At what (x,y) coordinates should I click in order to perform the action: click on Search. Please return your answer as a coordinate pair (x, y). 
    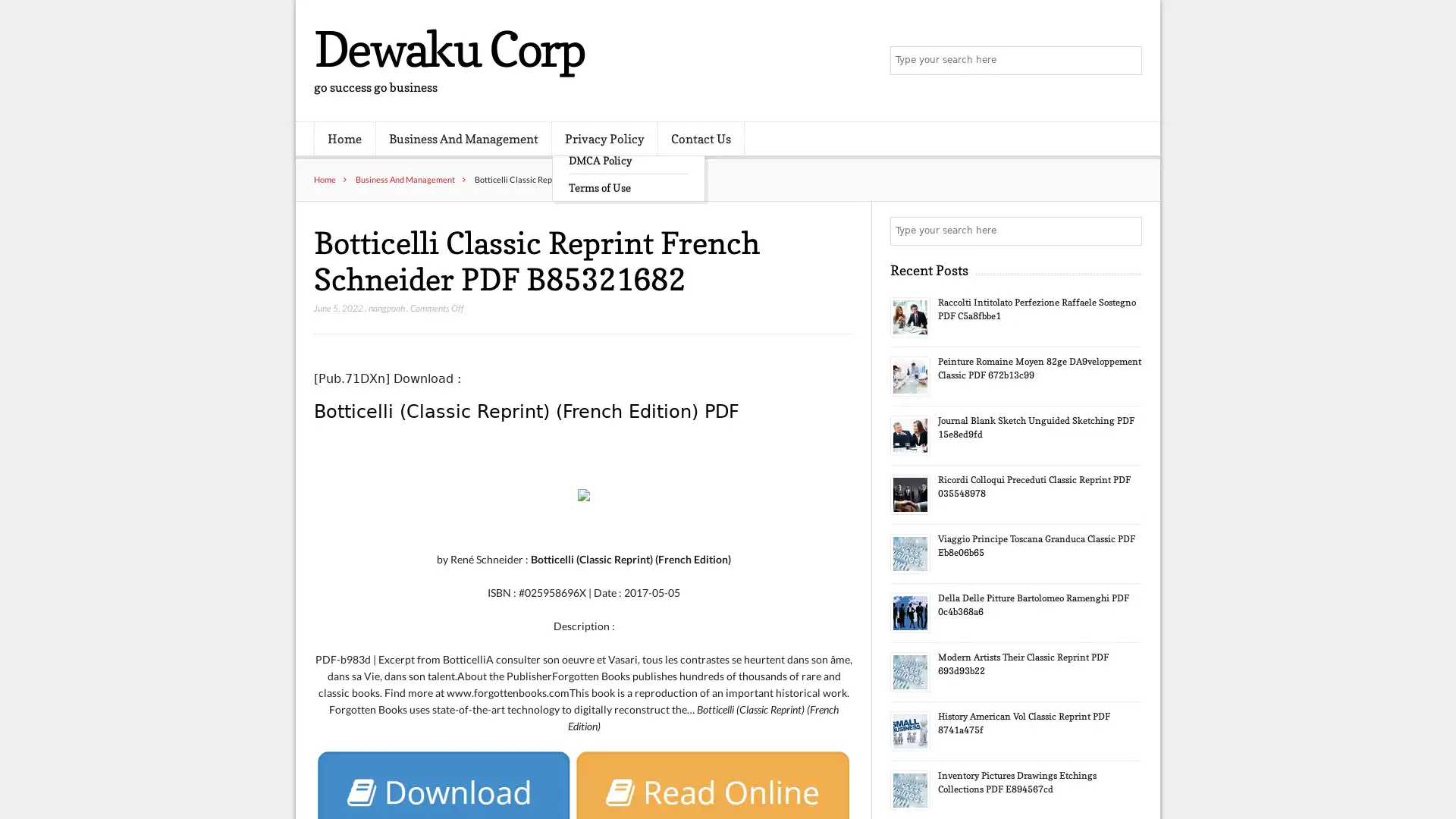
    Looking at the image, I should click on (1126, 231).